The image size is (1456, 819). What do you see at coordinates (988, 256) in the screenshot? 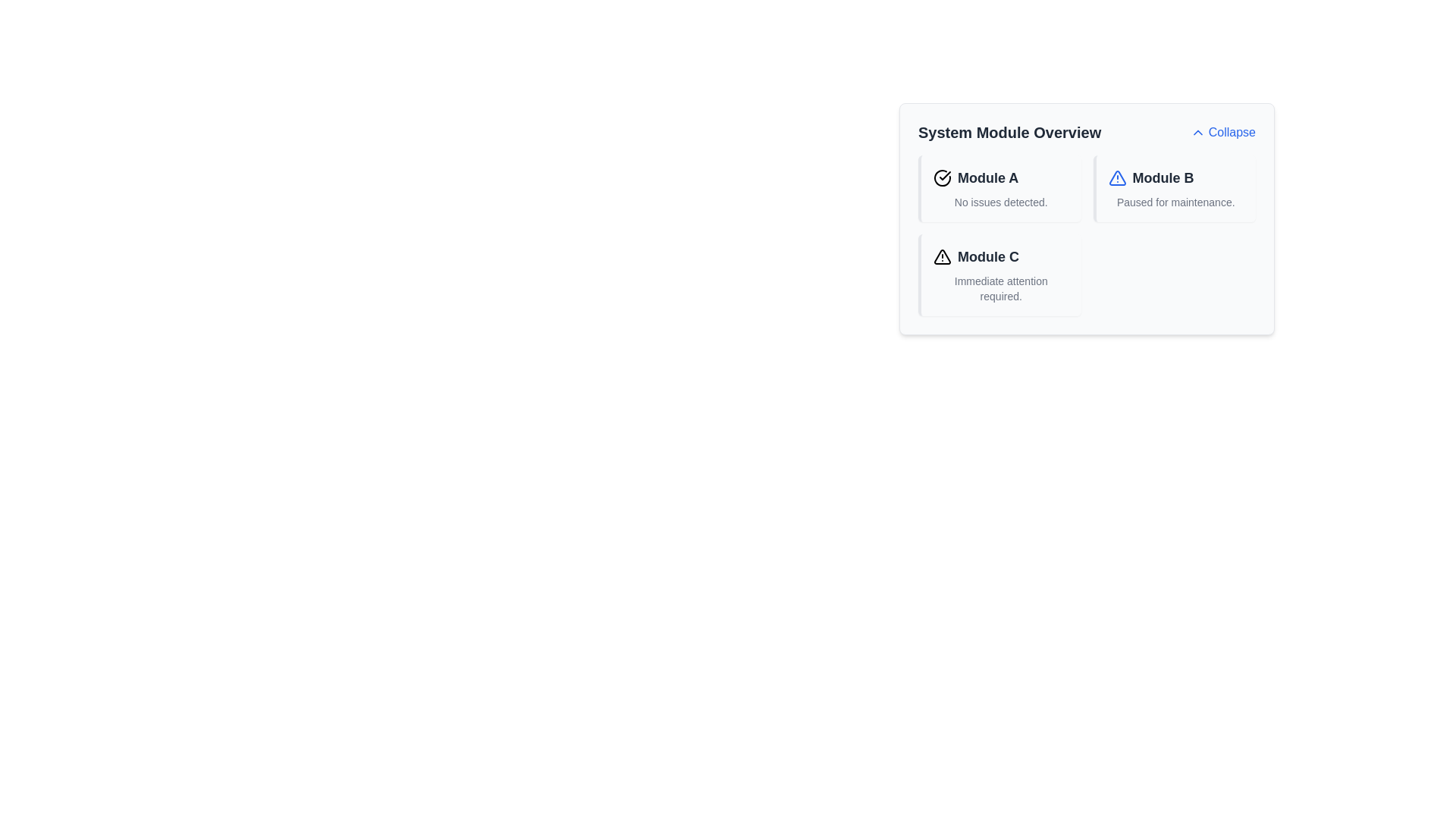
I see `the 'Module C' textual label, which is styled with a larger bold font in dark gray` at bounding box center [988, 256].